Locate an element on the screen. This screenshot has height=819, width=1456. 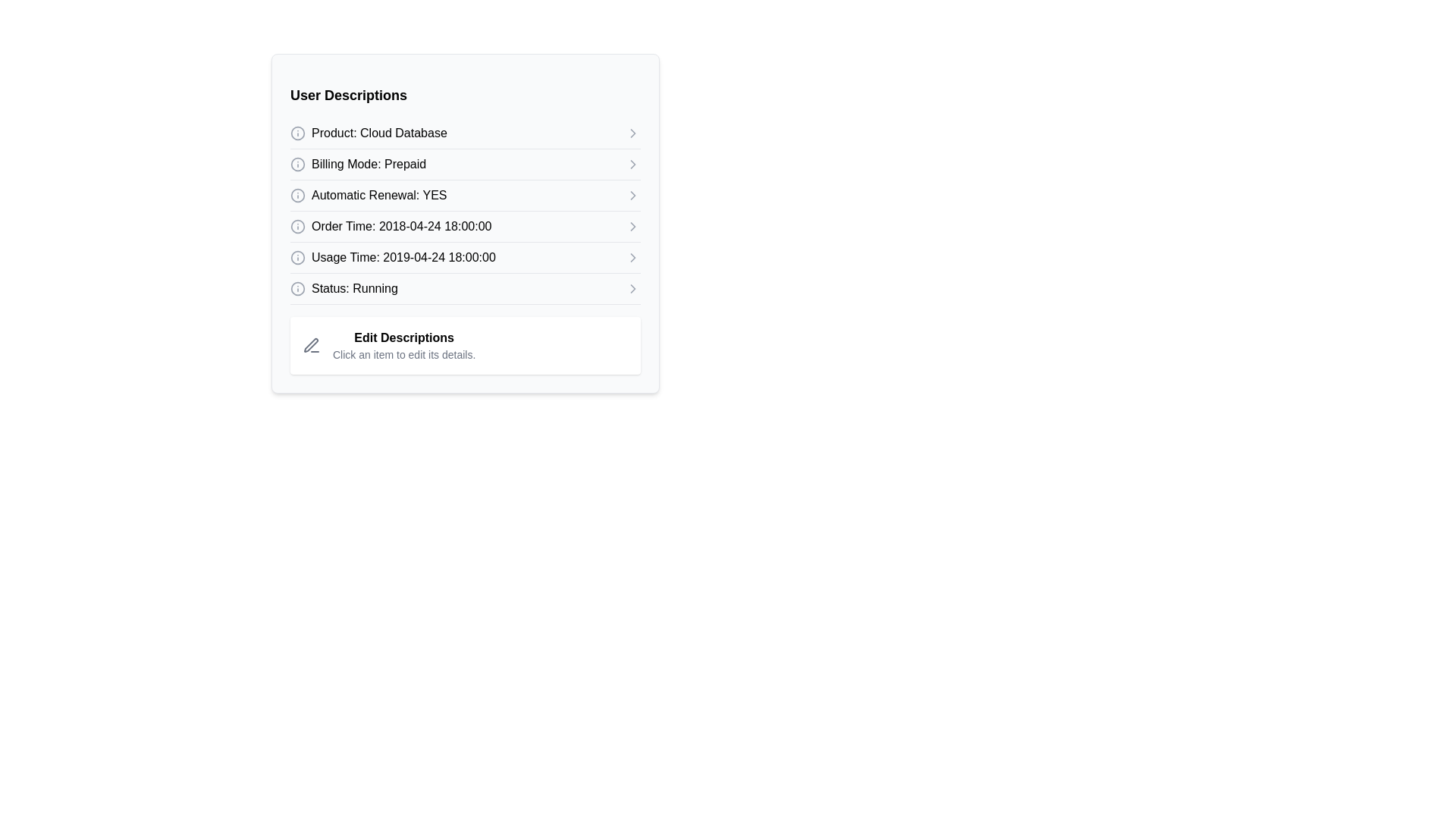
the circular information icon with a gray stroke located beside the text 'Automatic Renewal: YES' for more information is located at coordinates (298, 195).